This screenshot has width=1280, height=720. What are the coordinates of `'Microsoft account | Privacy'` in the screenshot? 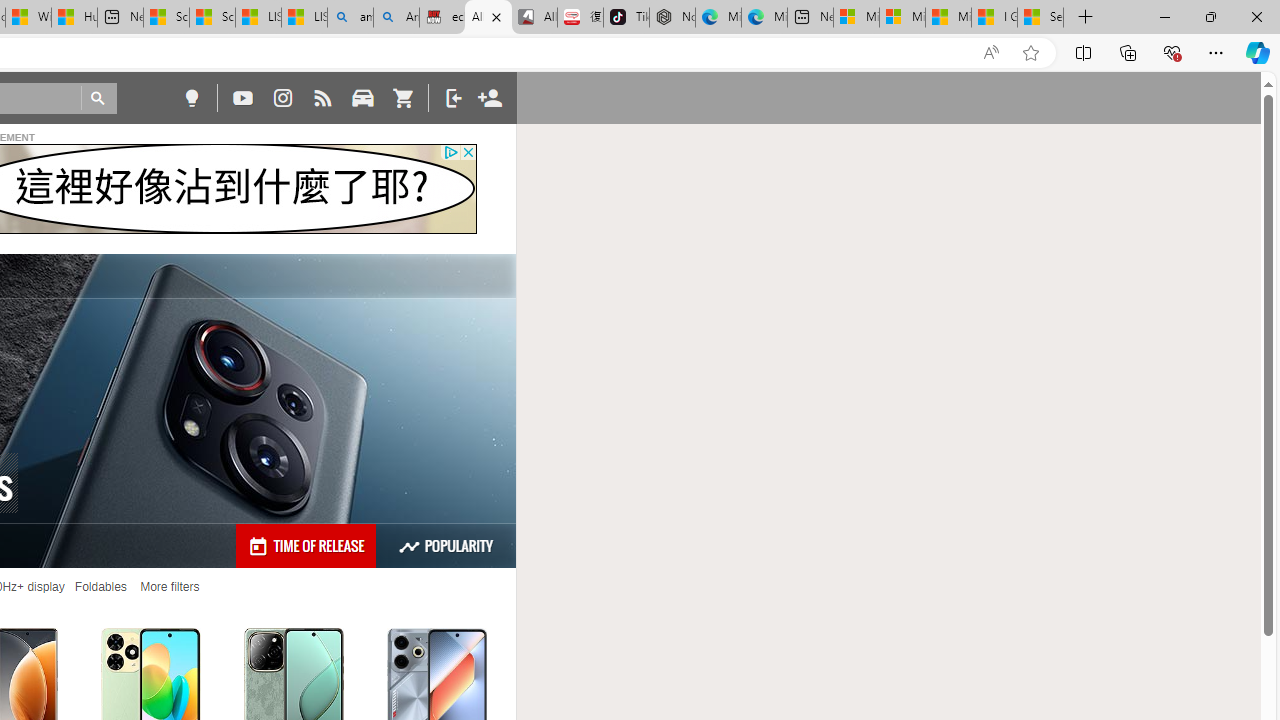 It's located at (901, 17).